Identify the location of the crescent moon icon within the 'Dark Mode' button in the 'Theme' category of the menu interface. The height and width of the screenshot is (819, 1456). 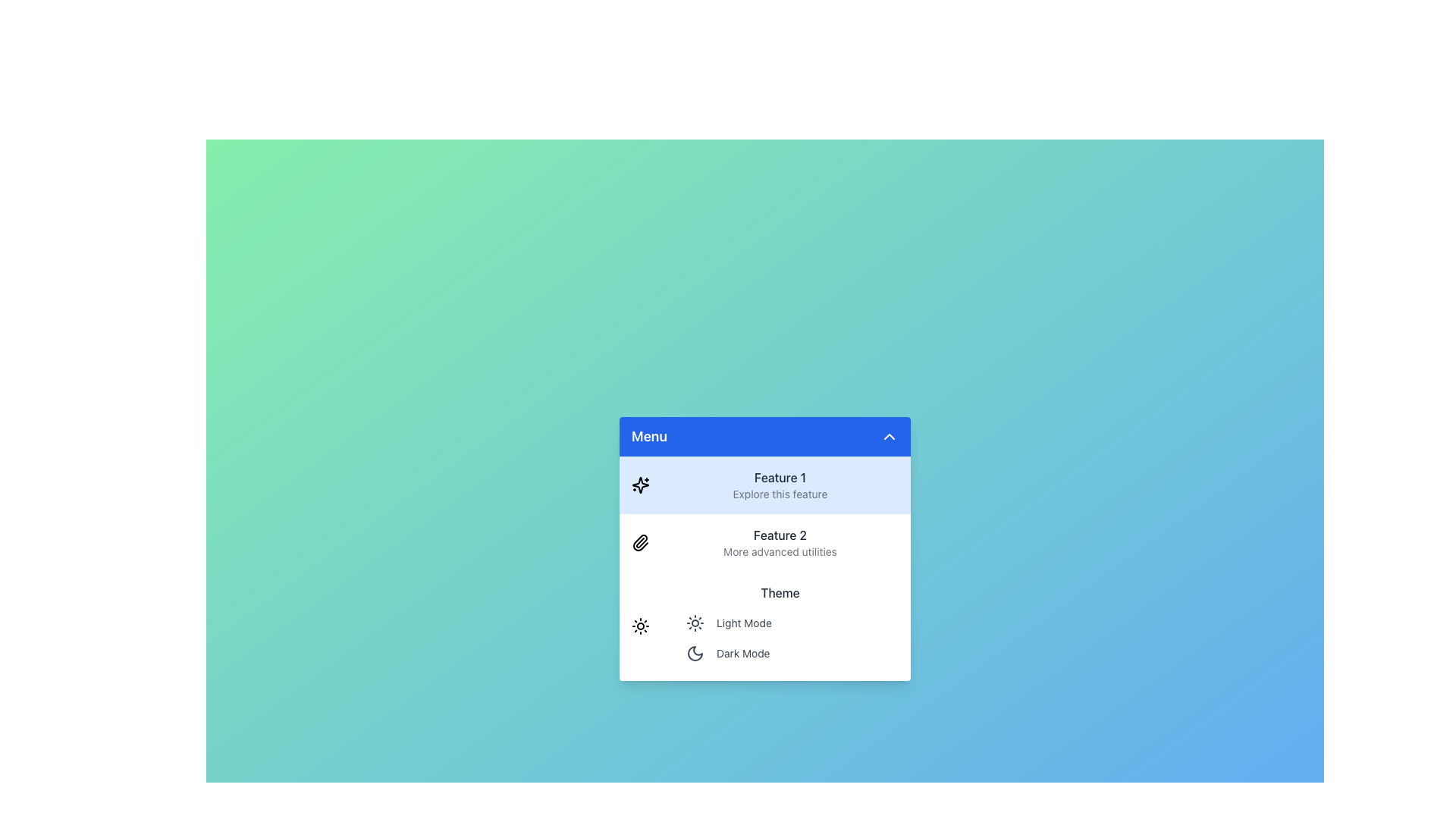
(694, 652).